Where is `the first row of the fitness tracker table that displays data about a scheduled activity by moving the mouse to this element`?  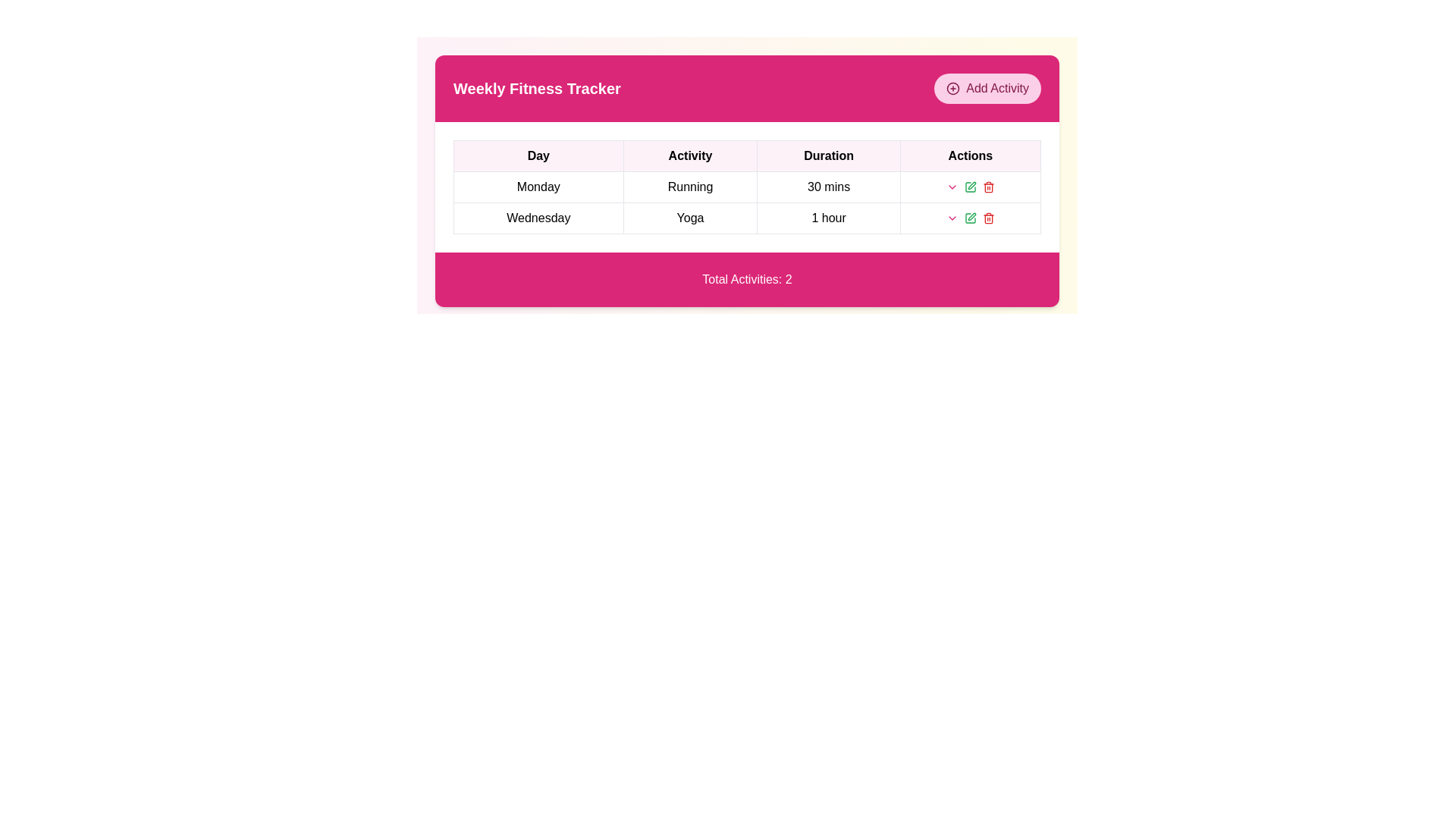
the first row of the fitness tracker table that displays data about a scheduled activity by moving the mouse to this element is located at coordinates (747, 202).